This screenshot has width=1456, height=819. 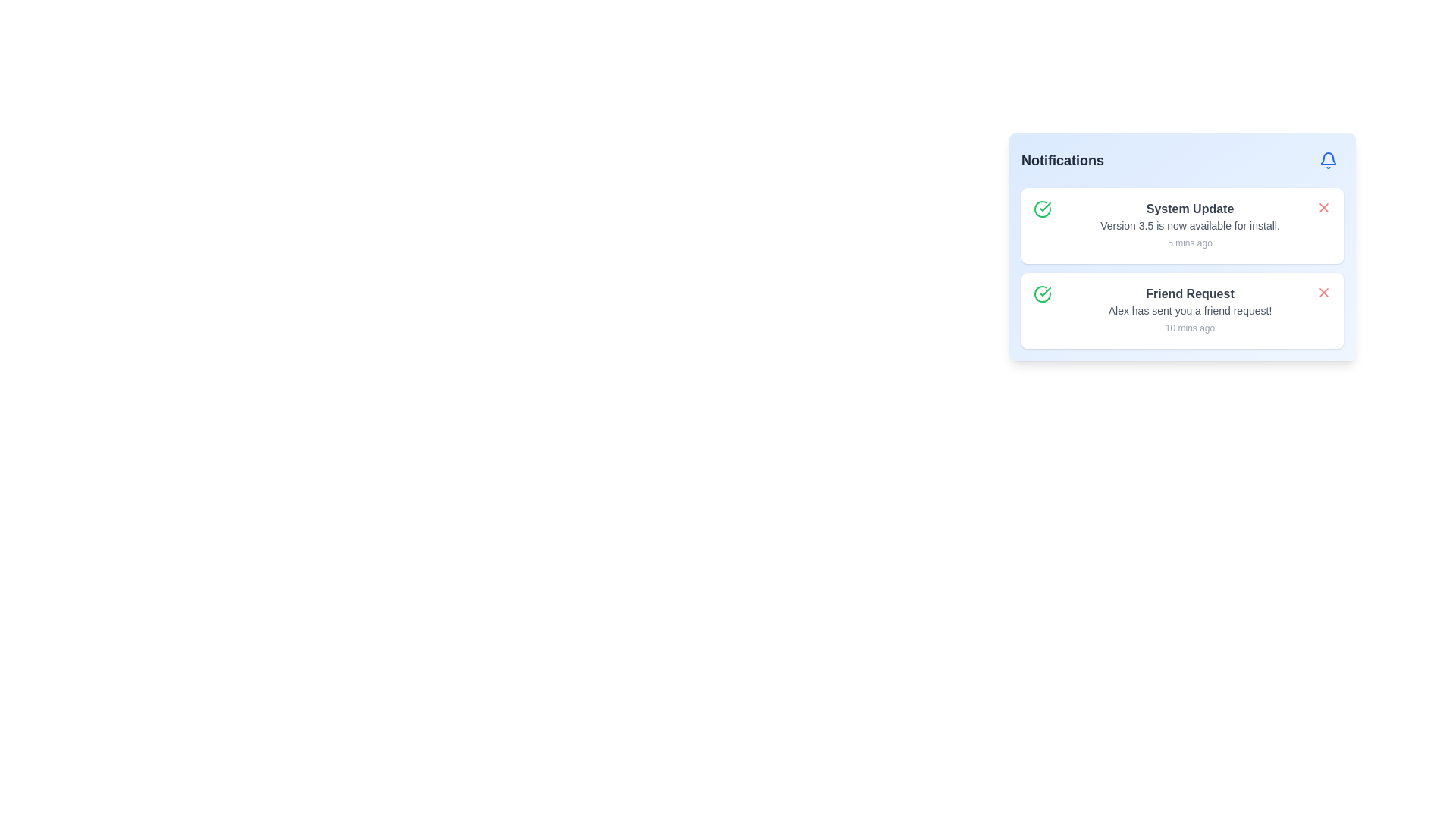 I want to click on details of the second notification card located below the 'System Update' card in the 'Notifications' panel, so click(x=1181, y=268).